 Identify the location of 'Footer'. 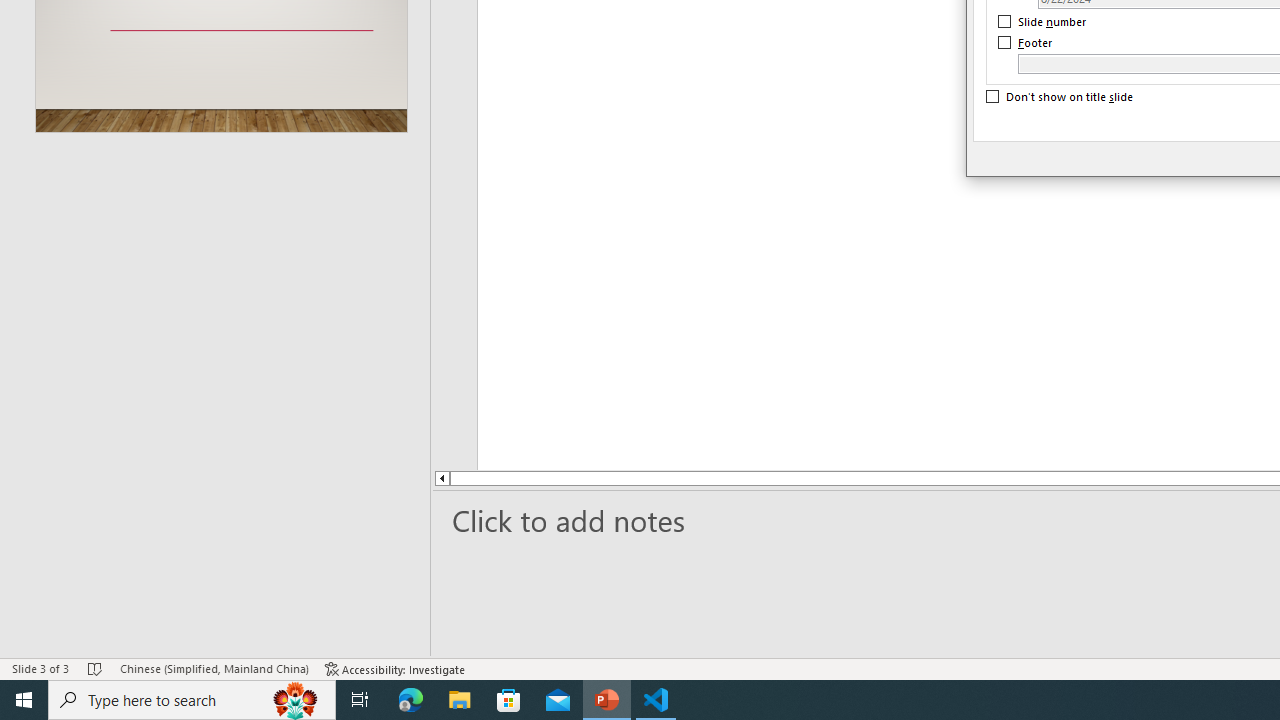
(1025, 43).